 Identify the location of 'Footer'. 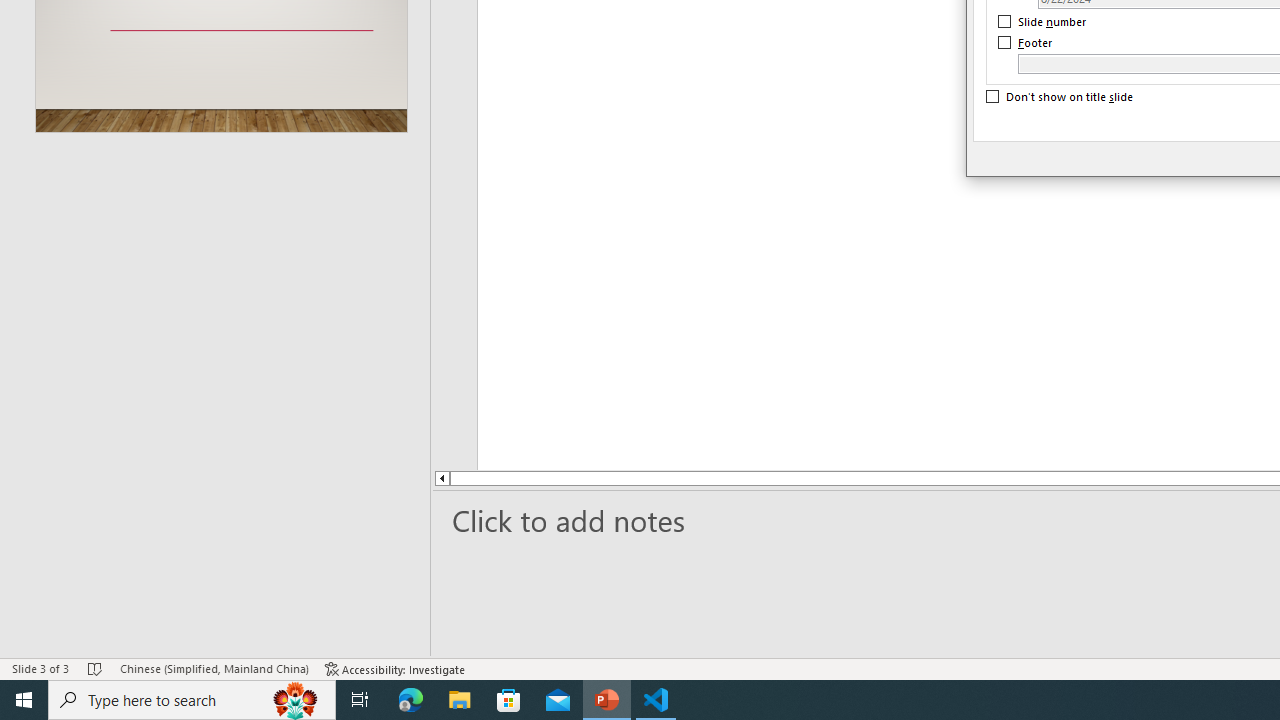
(1025, 43).